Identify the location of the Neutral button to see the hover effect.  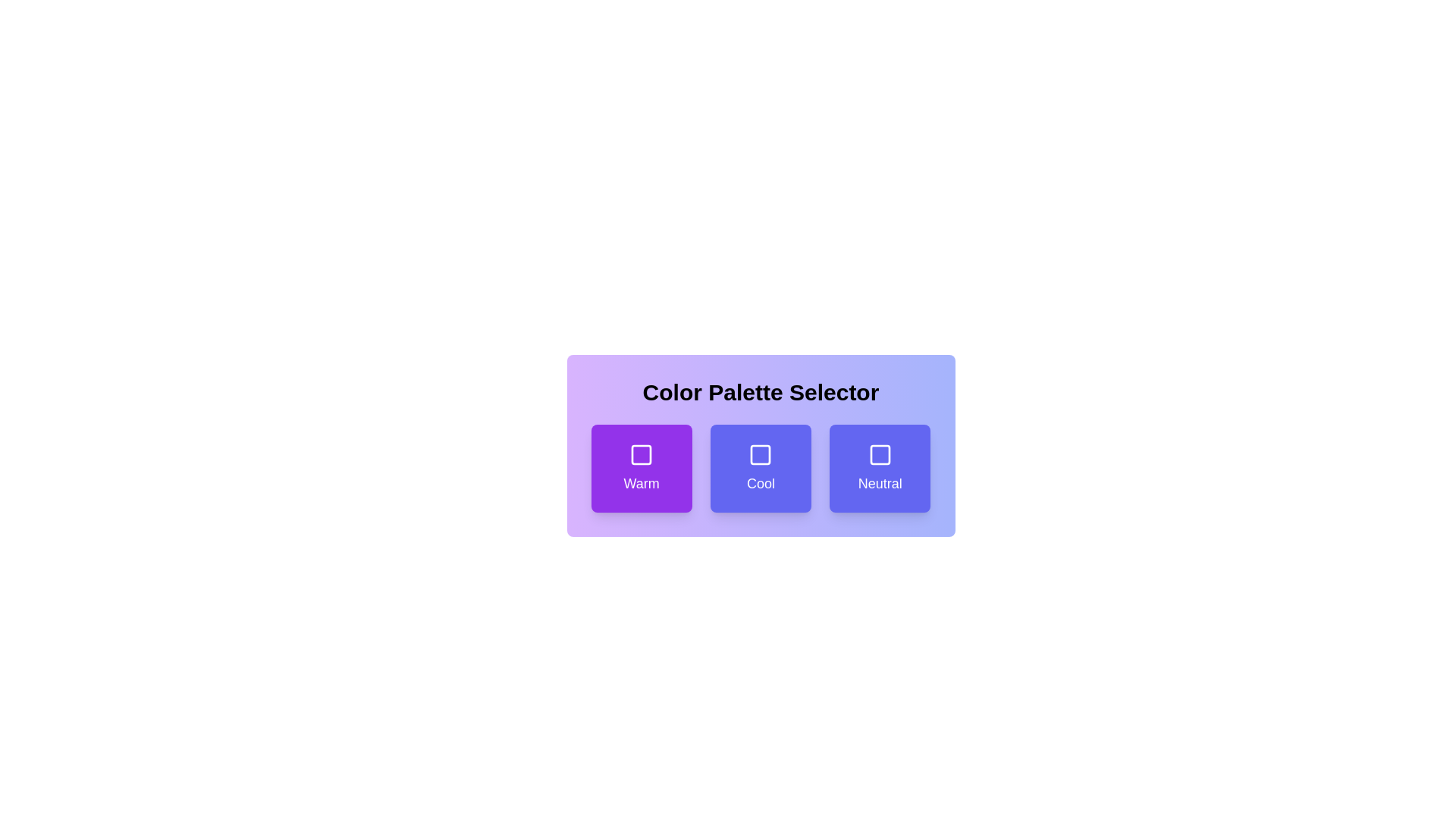
(880, 467).